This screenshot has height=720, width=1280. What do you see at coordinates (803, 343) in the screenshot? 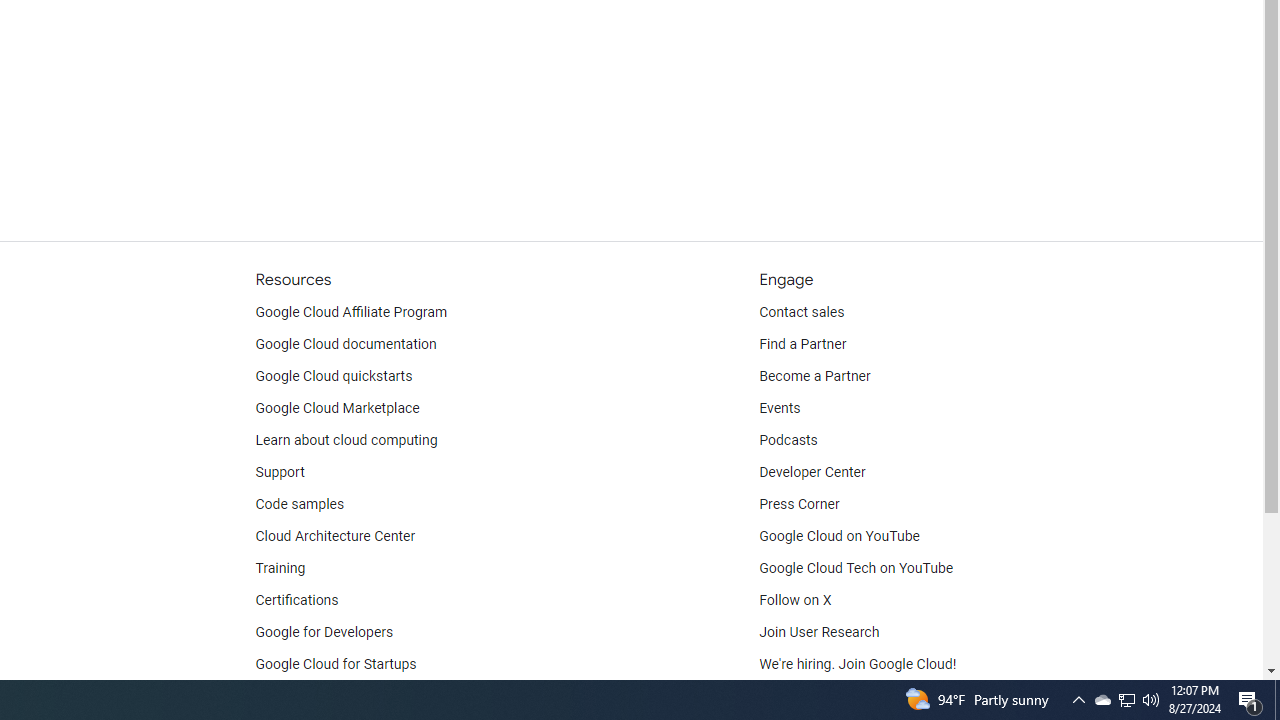
I see `'Find a Partner'` at bounding box center [803, 343].